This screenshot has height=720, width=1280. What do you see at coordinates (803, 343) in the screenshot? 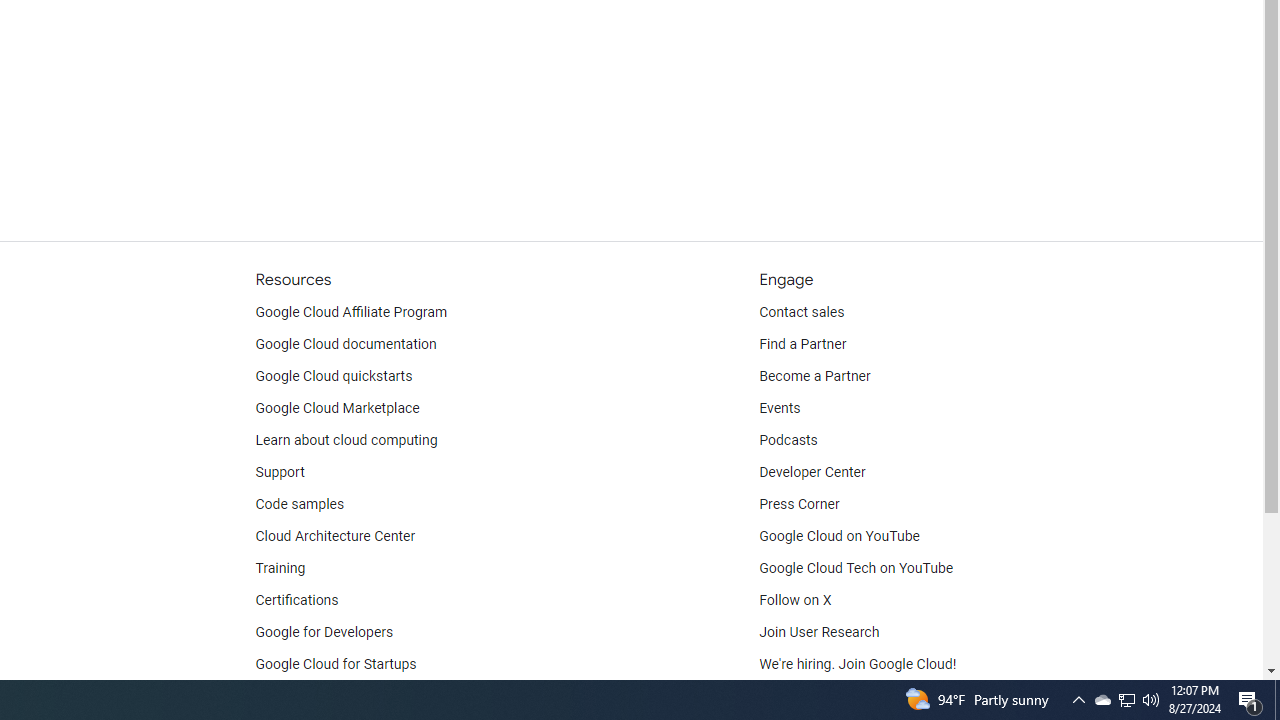
I see `'Find a Partner'` at bounding box center [803, 343].